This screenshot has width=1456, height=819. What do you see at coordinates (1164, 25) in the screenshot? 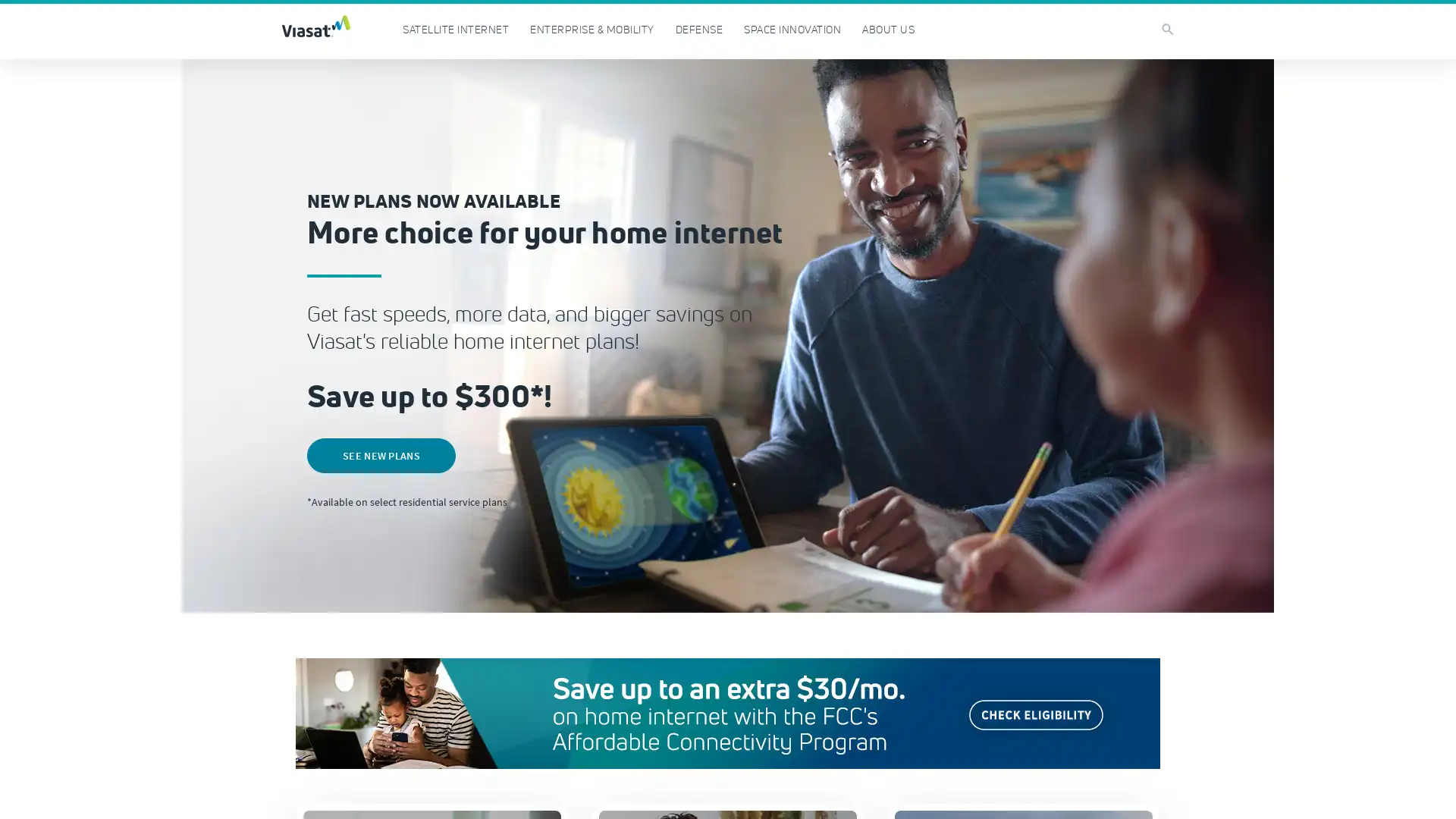
I see `search icon` at bounding box center [1164, 25].